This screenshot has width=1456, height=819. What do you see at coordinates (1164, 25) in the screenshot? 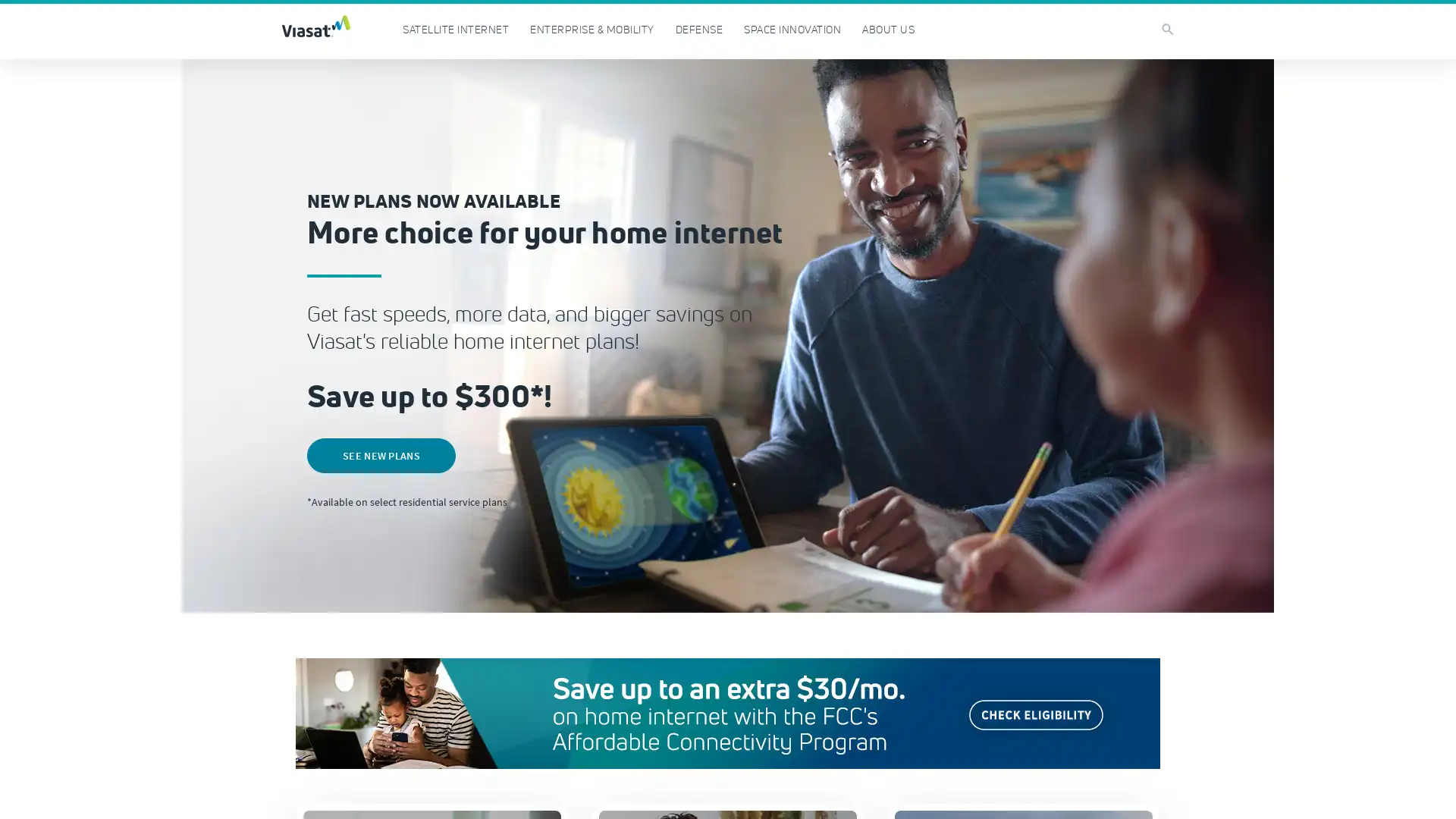
I see `search icon` at bounding box center [1164, 25].